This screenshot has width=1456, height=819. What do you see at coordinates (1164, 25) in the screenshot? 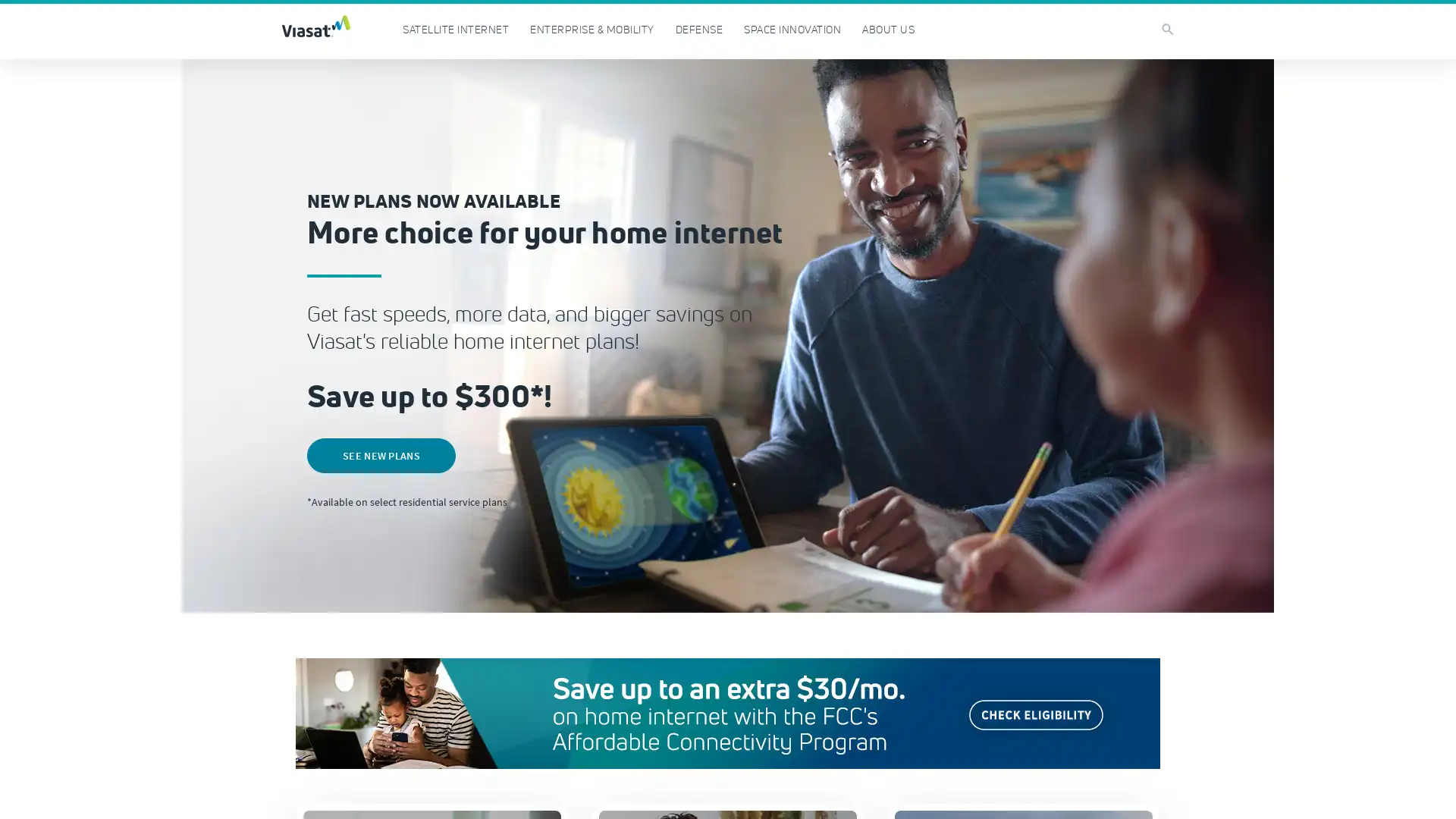
I see `search icon` at bounding box center [1164, 25].